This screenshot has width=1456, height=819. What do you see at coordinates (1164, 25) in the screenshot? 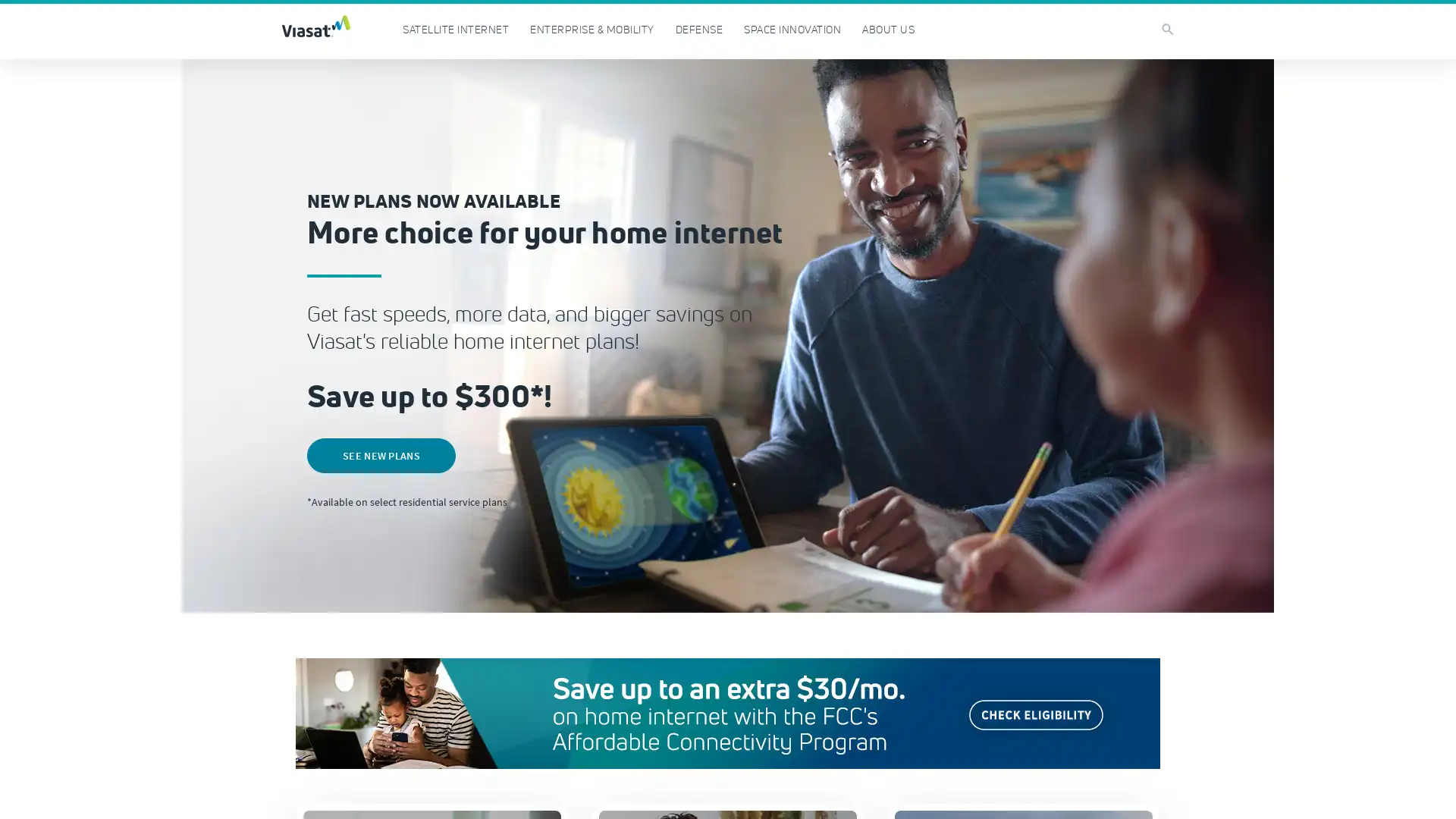
I see `search icon` at bounding box center [1164, 25].